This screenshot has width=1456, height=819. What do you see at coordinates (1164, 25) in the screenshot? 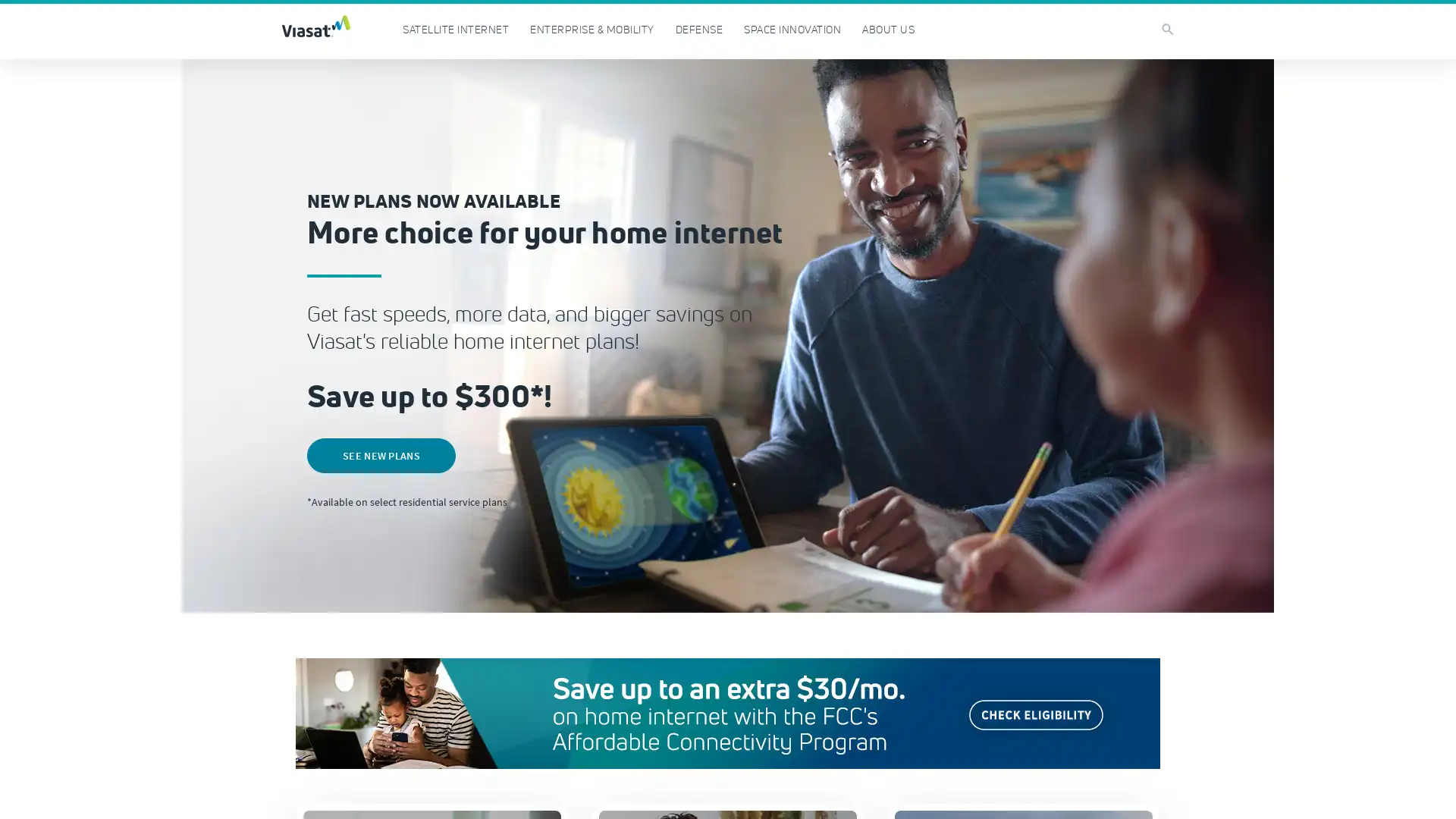
I see `search icon` at bounding box center [1164, 25].